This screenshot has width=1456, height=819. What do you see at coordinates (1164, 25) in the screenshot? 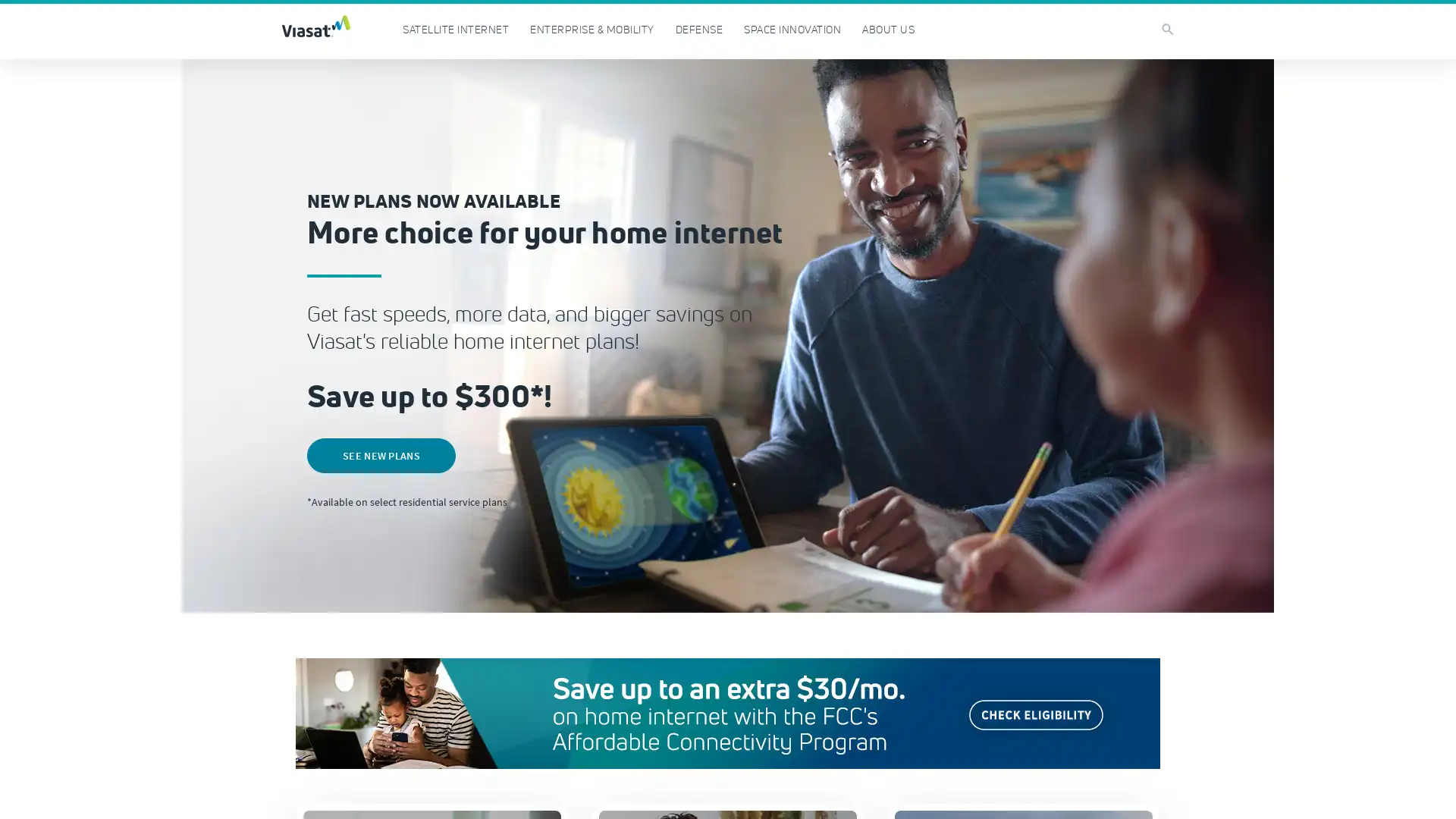
I see `search icon` at bounding box center [1164, 25].